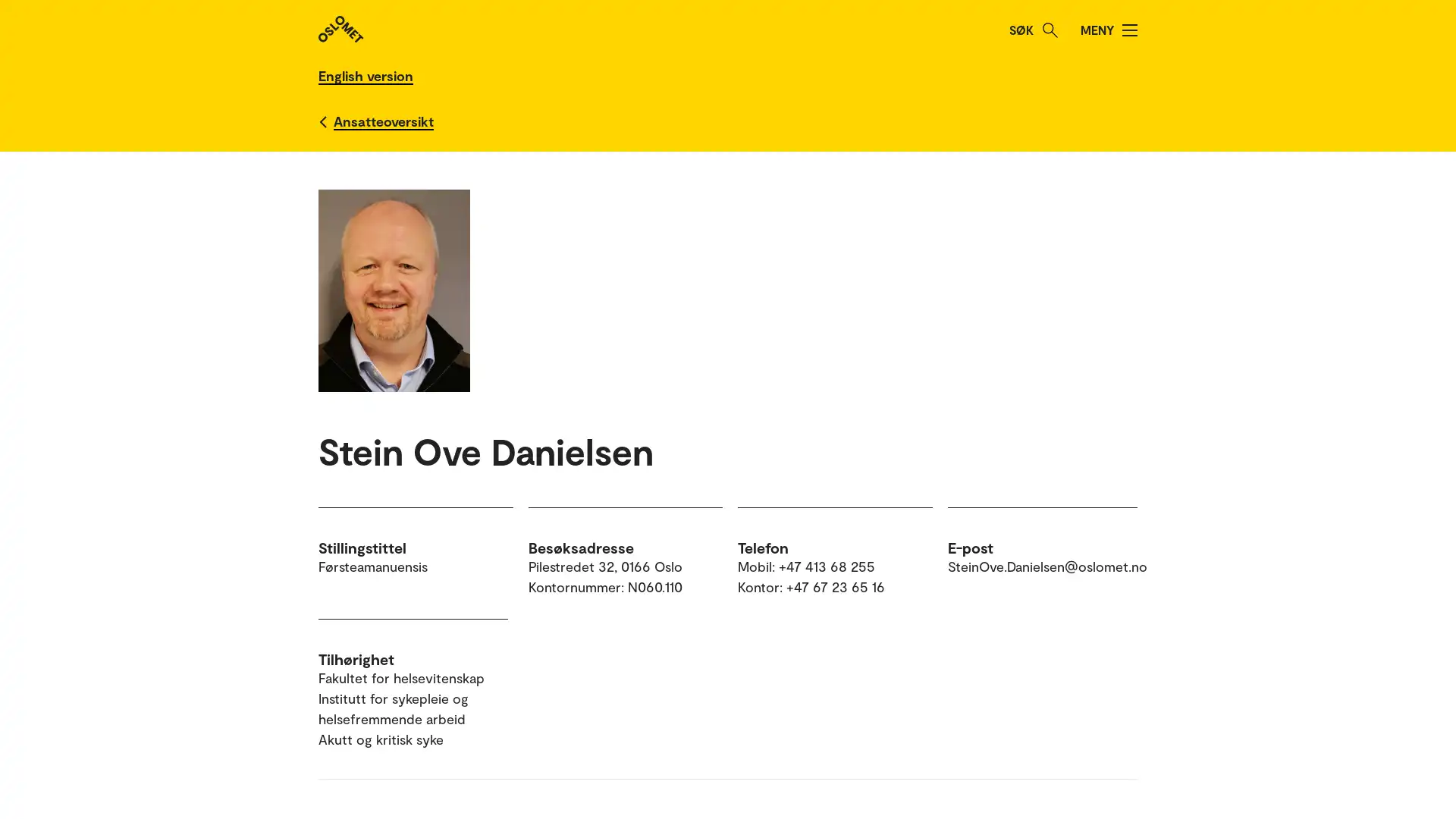  Describe the element at coordinates (1050, 30) in the screenshot. I see `Sk` at that location.